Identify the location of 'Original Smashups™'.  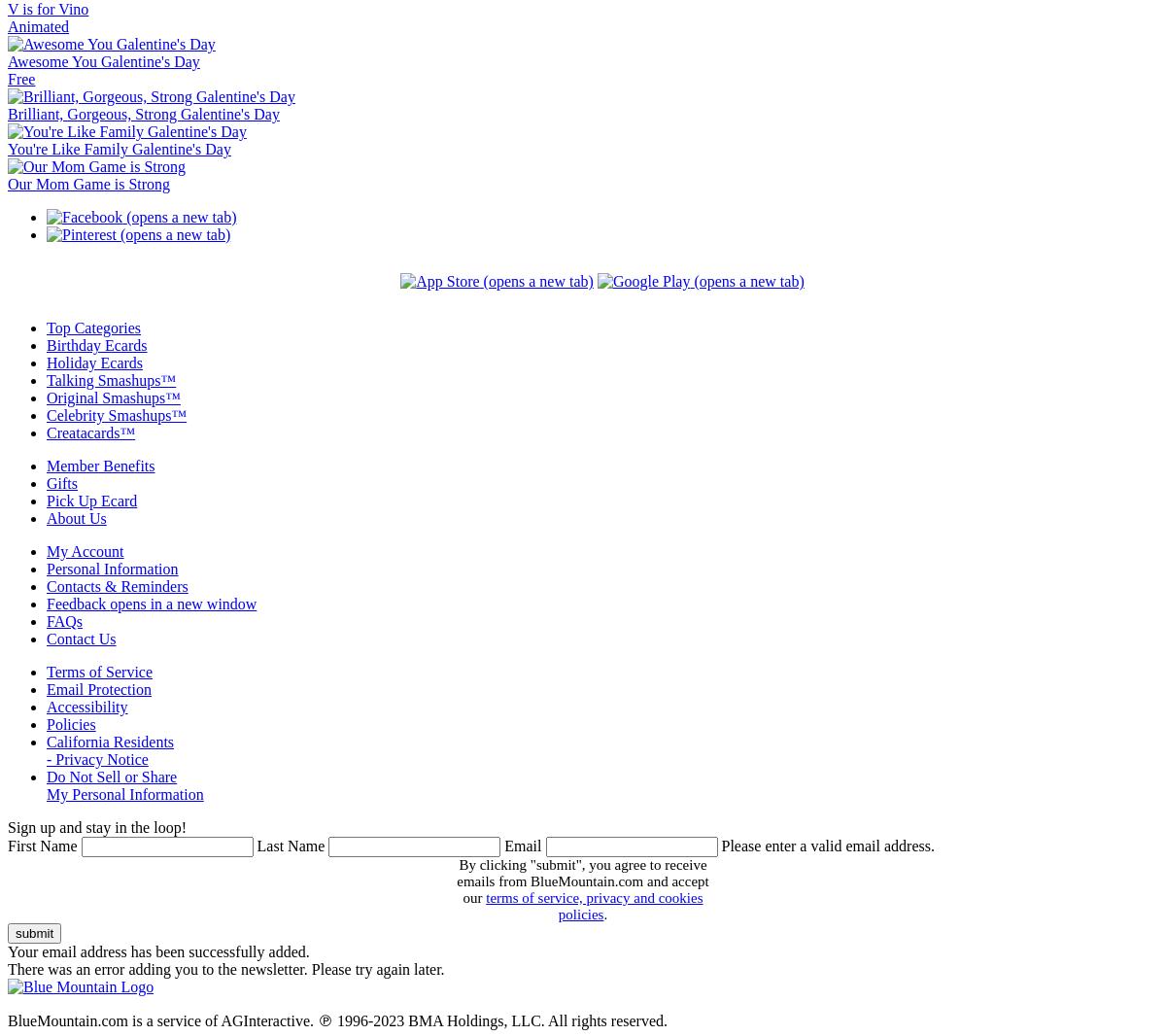
(113, 397).